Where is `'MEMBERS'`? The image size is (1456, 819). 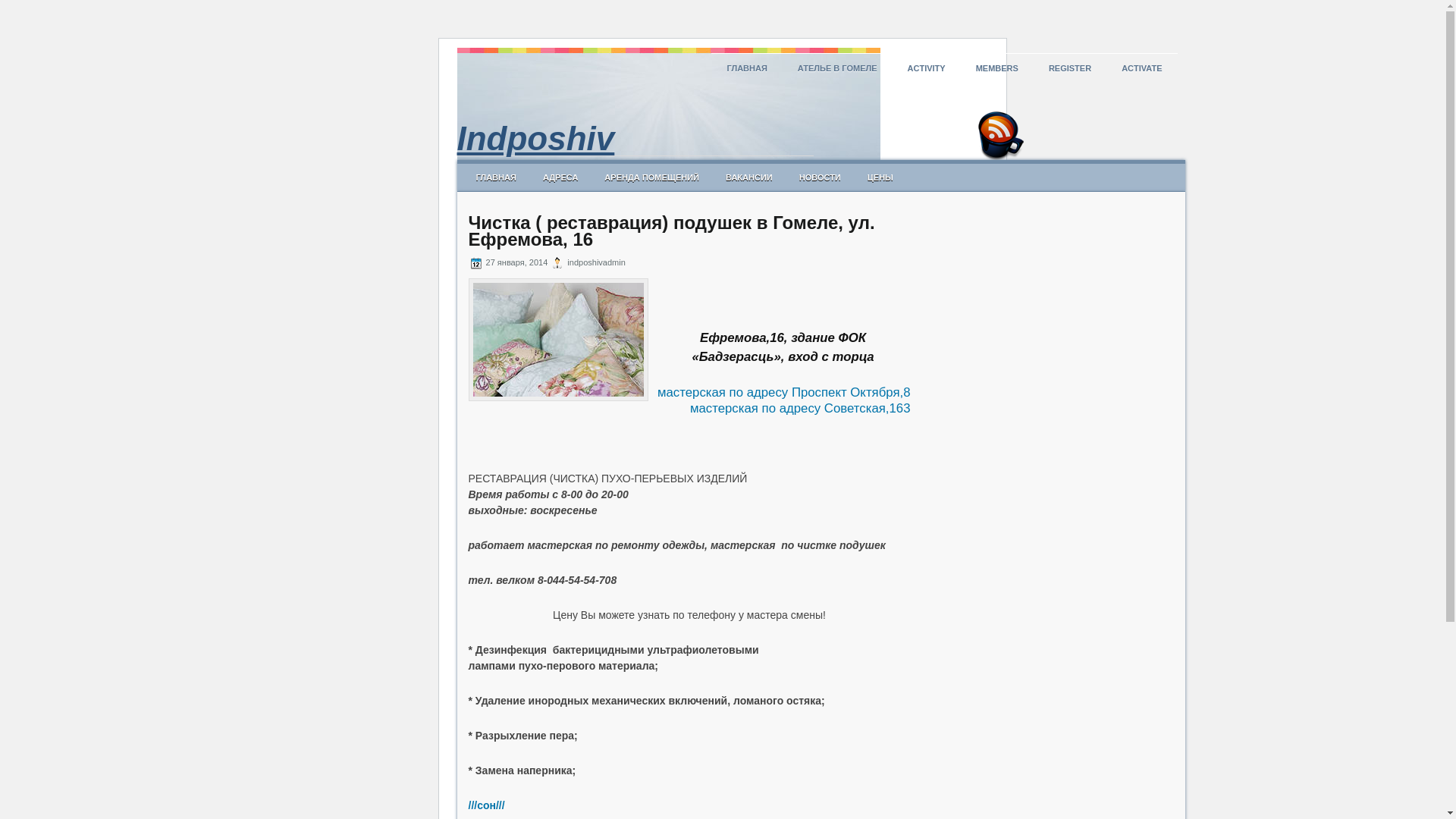 'MEMBERS' is located at coordinates (997, 68).